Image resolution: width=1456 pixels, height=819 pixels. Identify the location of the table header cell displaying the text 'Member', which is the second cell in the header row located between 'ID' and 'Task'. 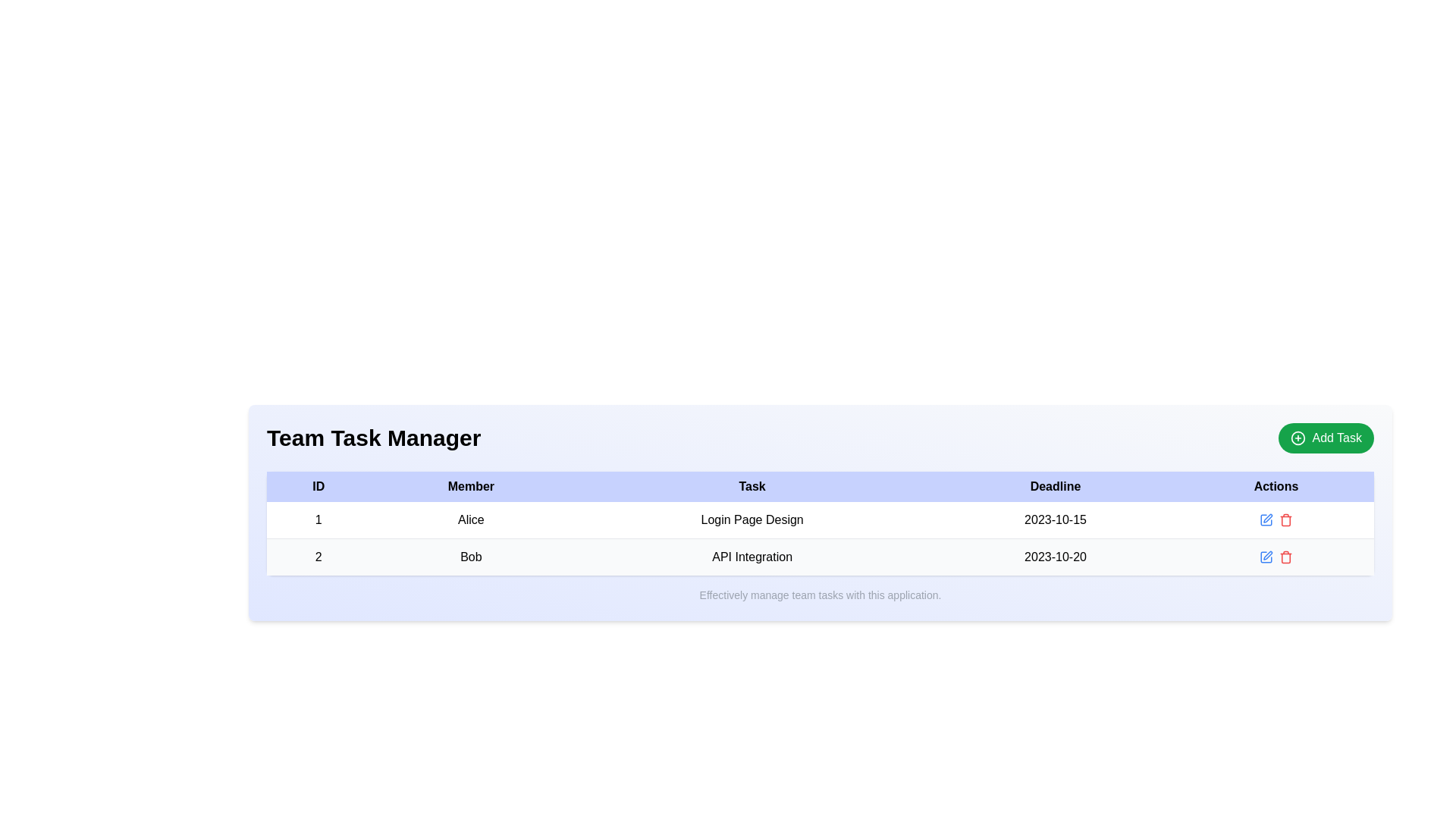
(470, 486).